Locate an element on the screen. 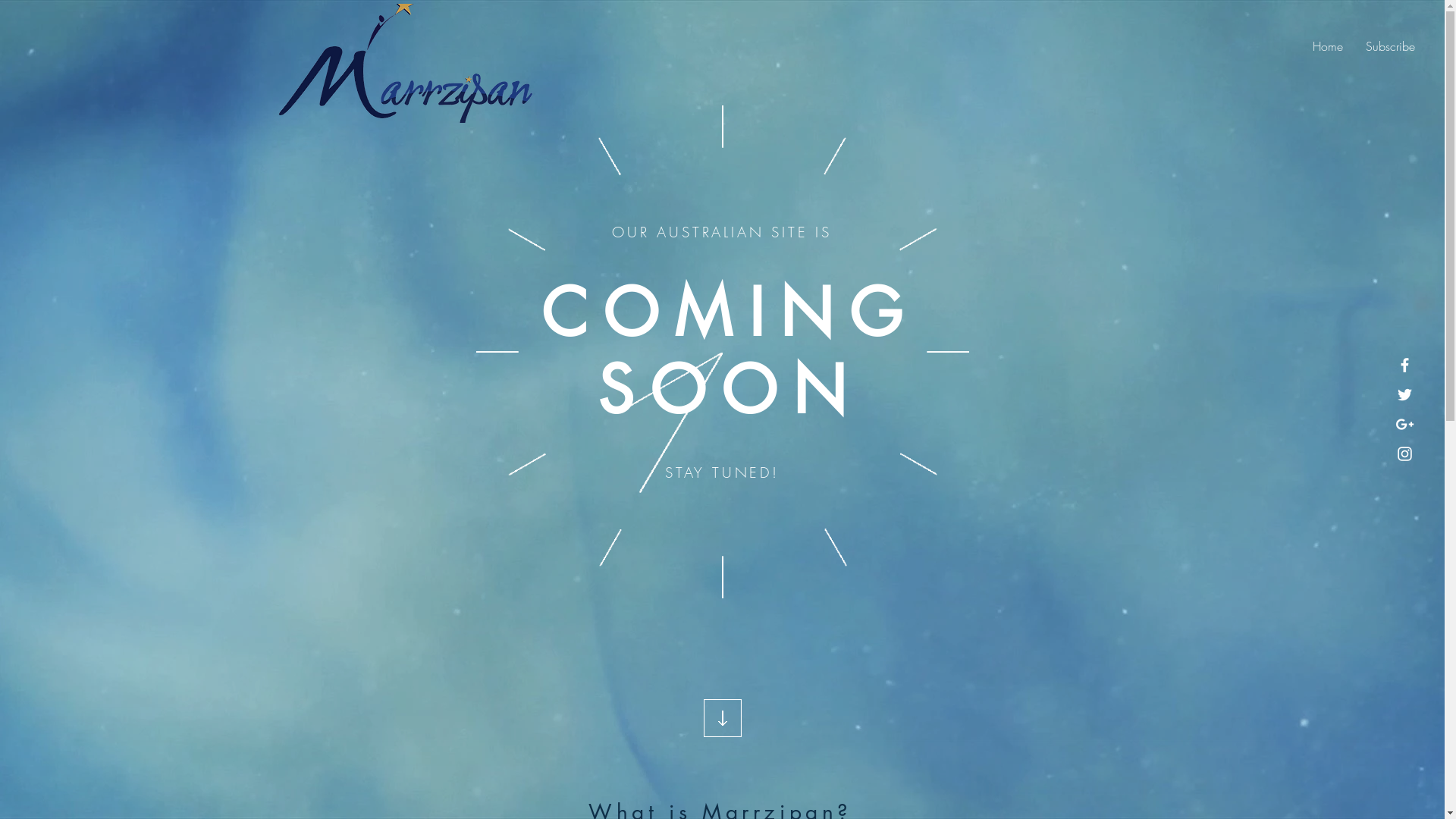 The width and height of the screenshot is (1456, 819). 'Home' is located at coordinates (1327, 45).